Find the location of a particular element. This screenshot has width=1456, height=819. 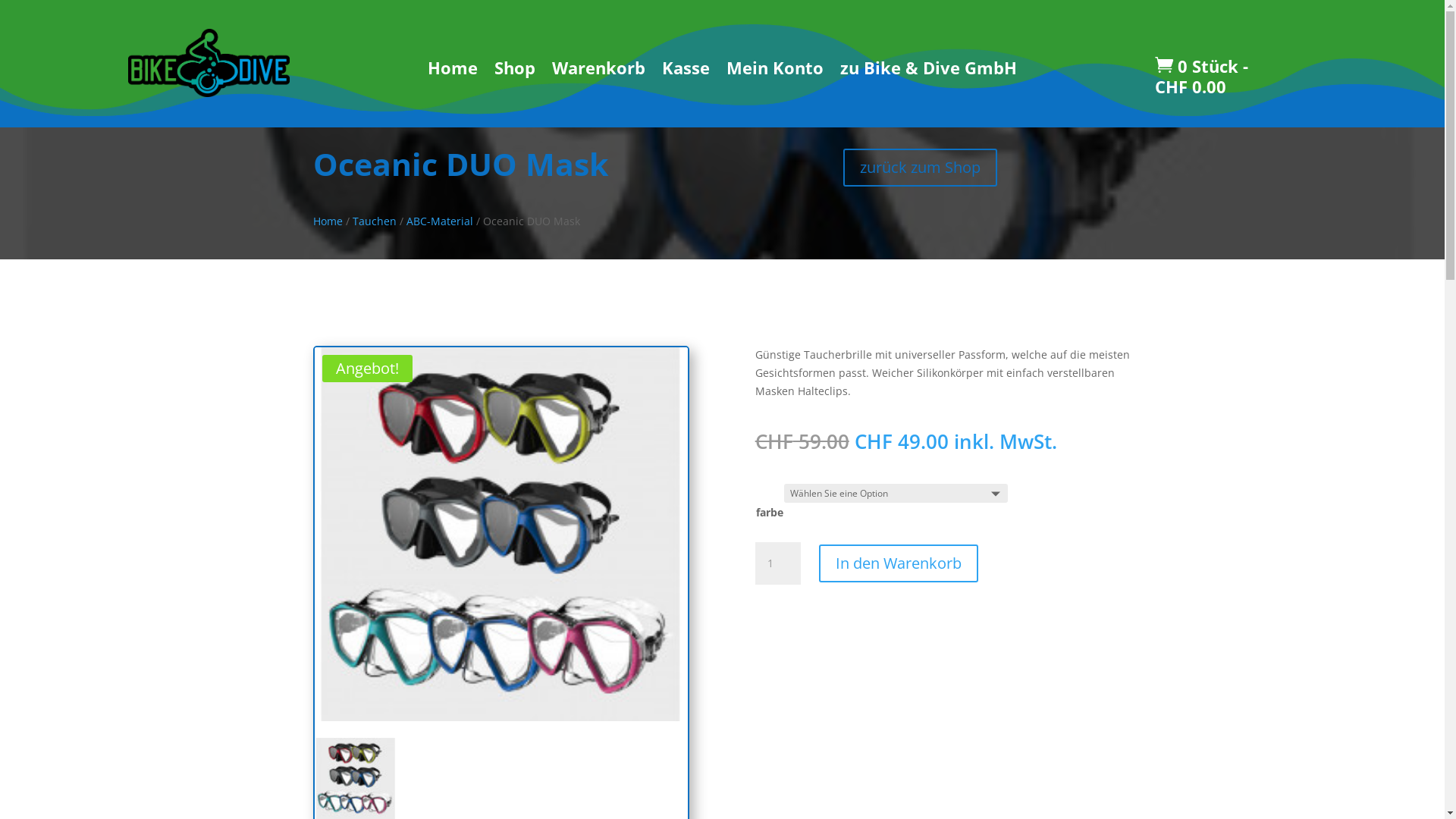

'In den Warenkorb' is located at coordinates (899, 563).